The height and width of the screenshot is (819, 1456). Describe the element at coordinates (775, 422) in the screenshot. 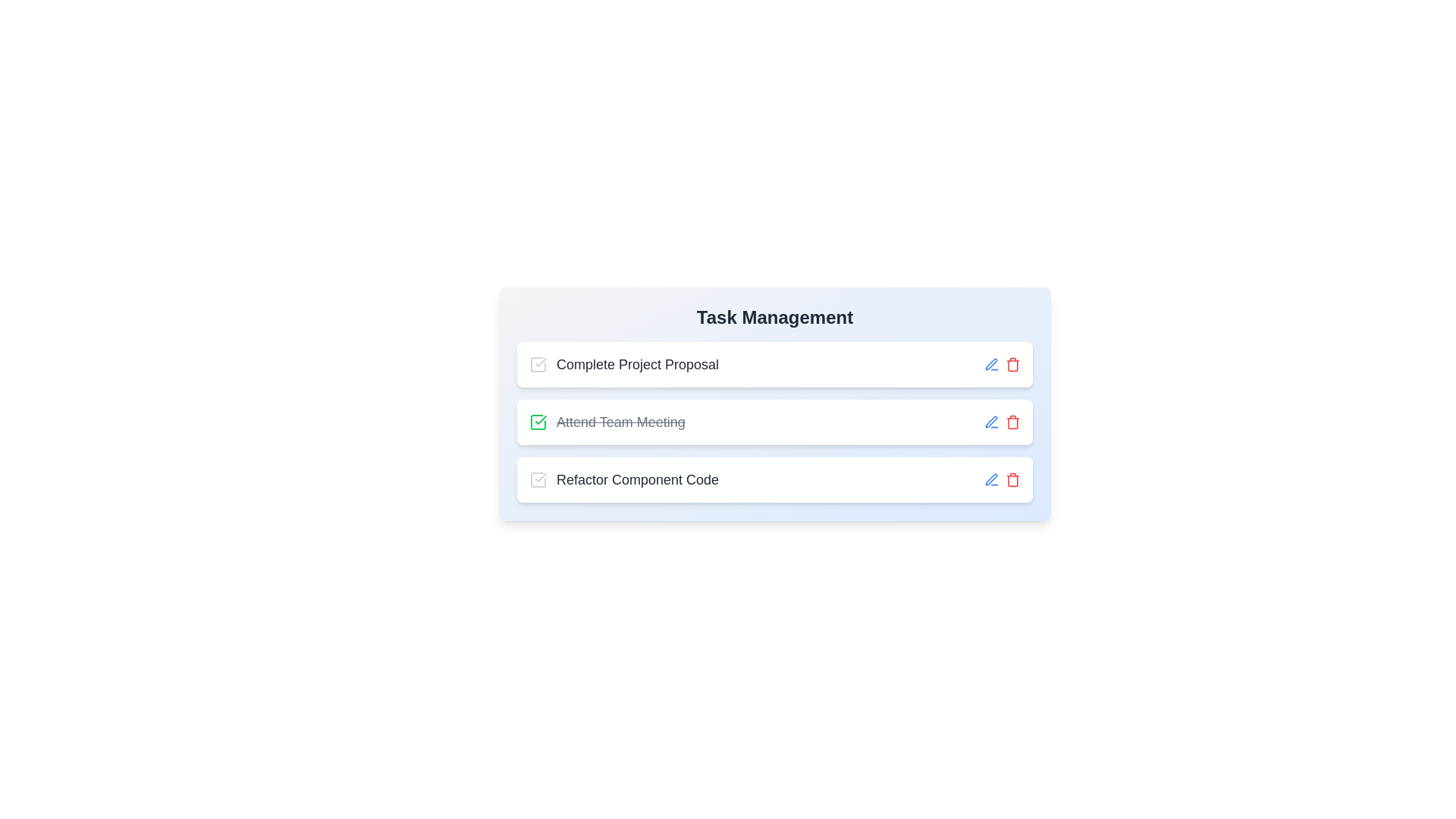

I see `the checkbox of the second task entry in the Task Management panel` at that location.